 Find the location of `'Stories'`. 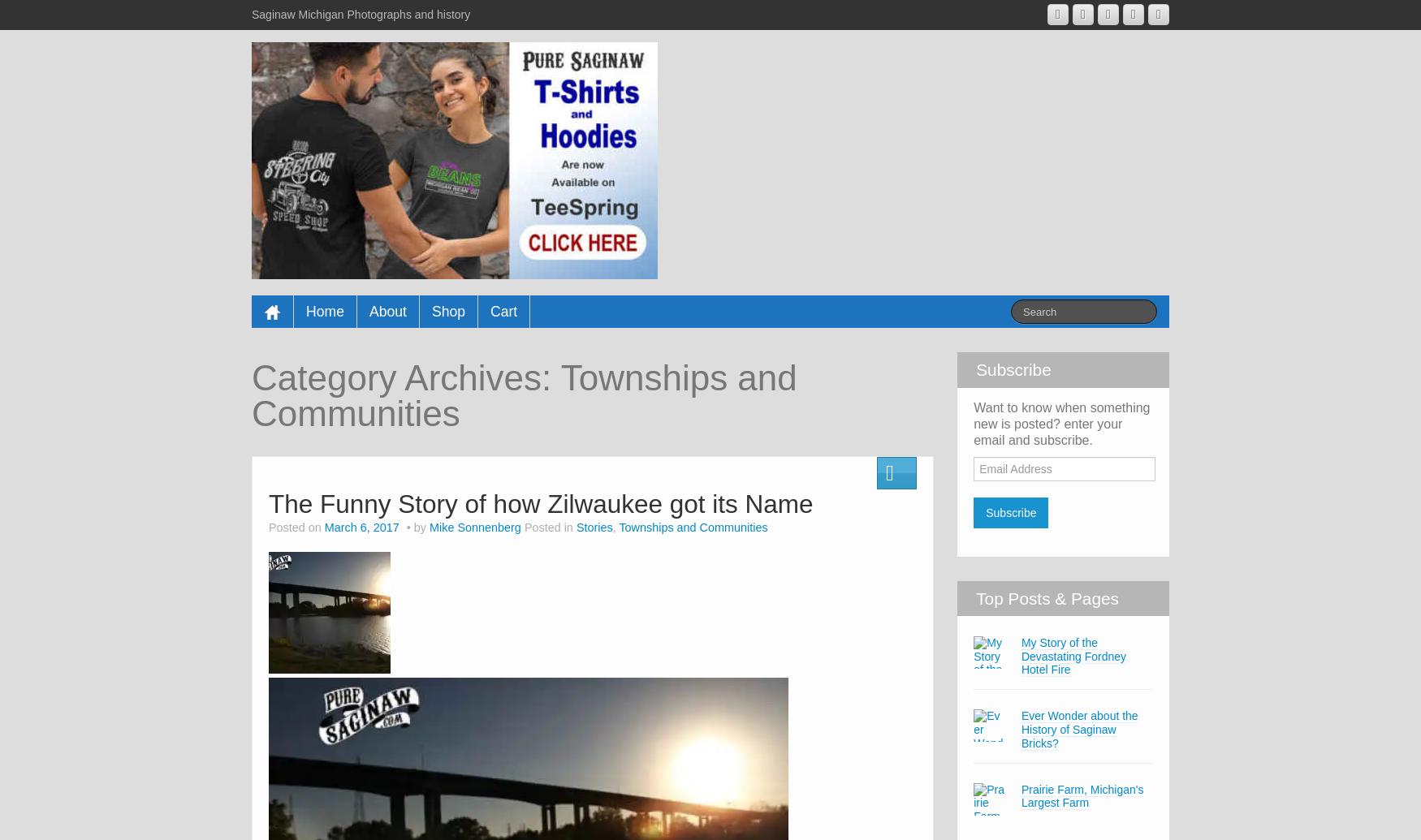

'Stories' is located at coordinates (594, 526).